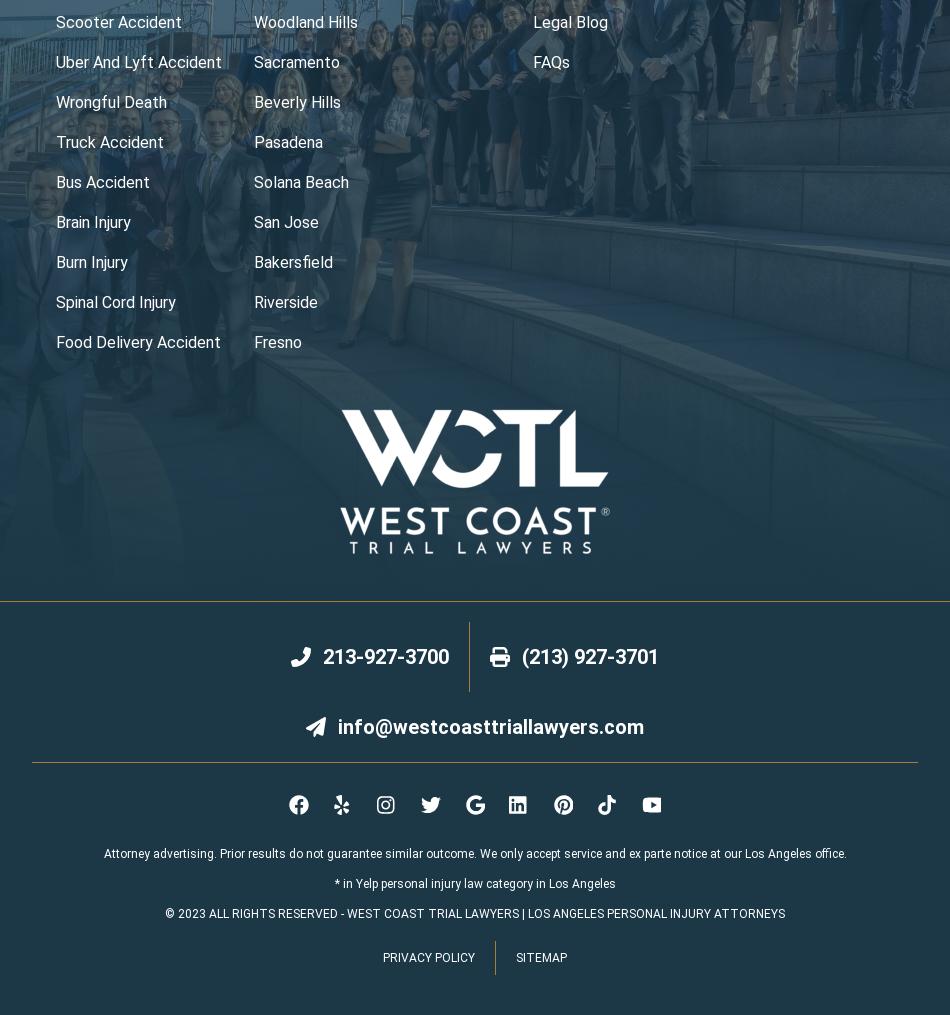  I want to click on 'Riverside', so click(253, 301).